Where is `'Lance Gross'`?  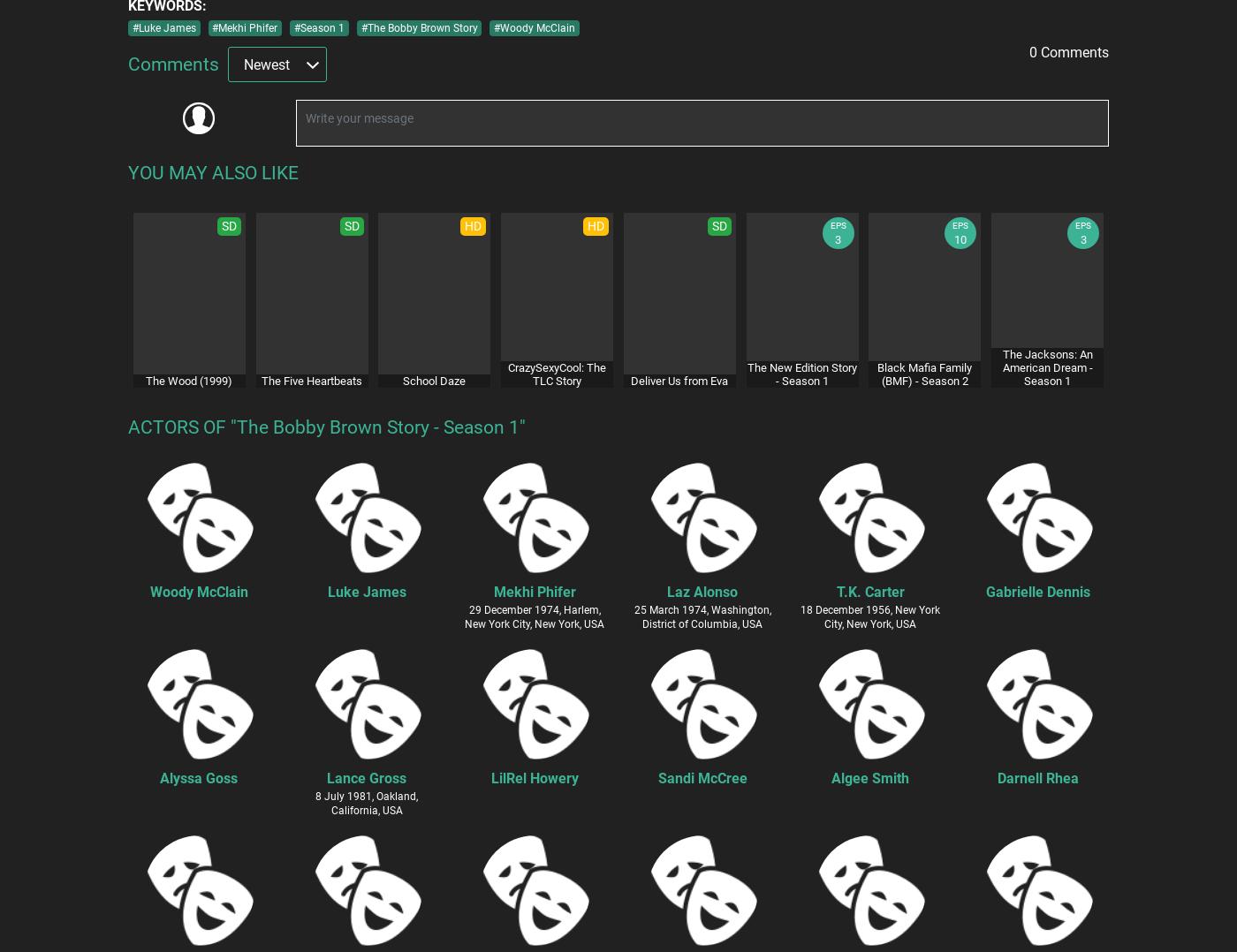
'Lance Gross' is located at coordinates (366, 776).